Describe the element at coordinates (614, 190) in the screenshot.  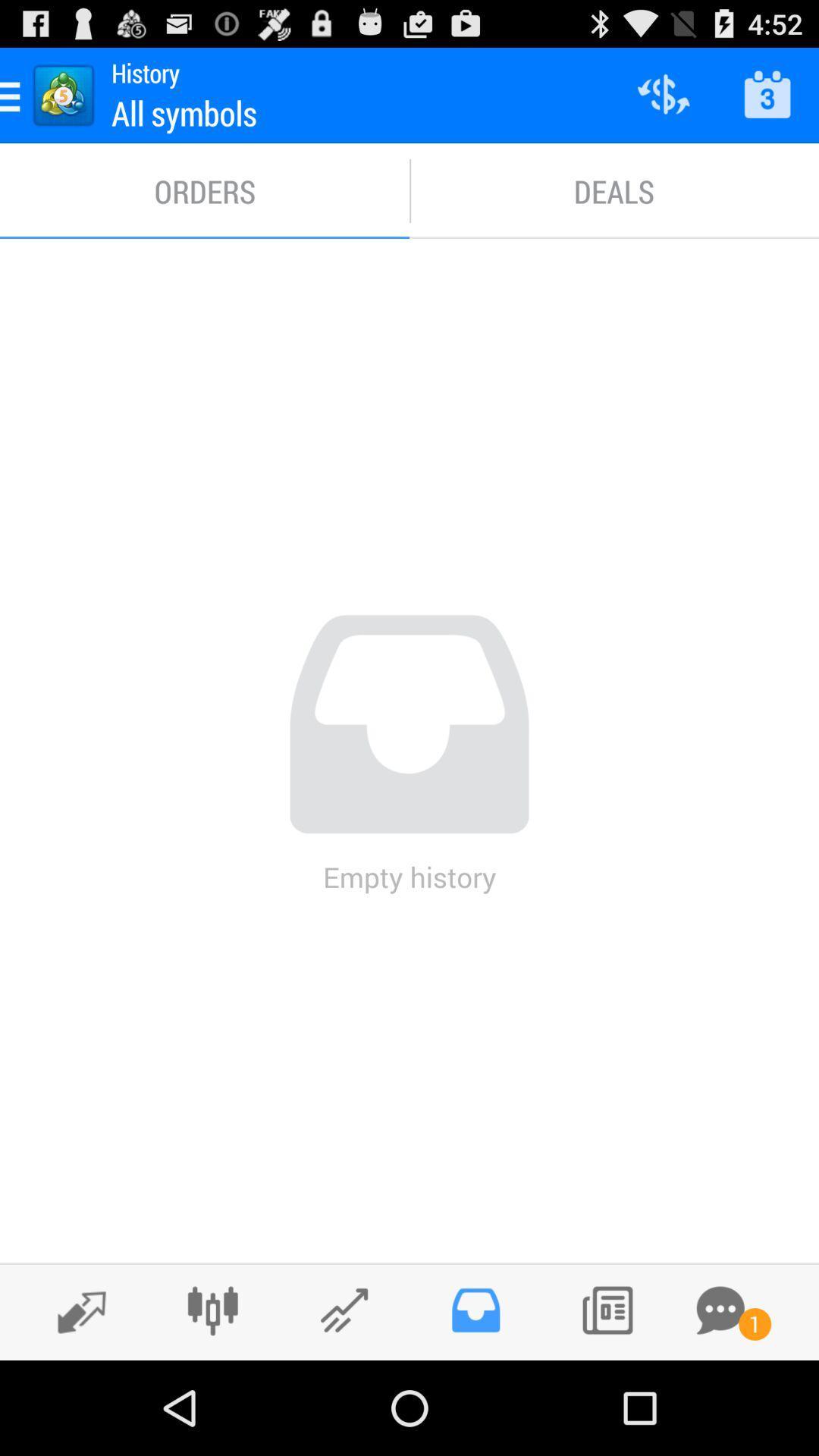
I see `item above the empty history icon` at that location.